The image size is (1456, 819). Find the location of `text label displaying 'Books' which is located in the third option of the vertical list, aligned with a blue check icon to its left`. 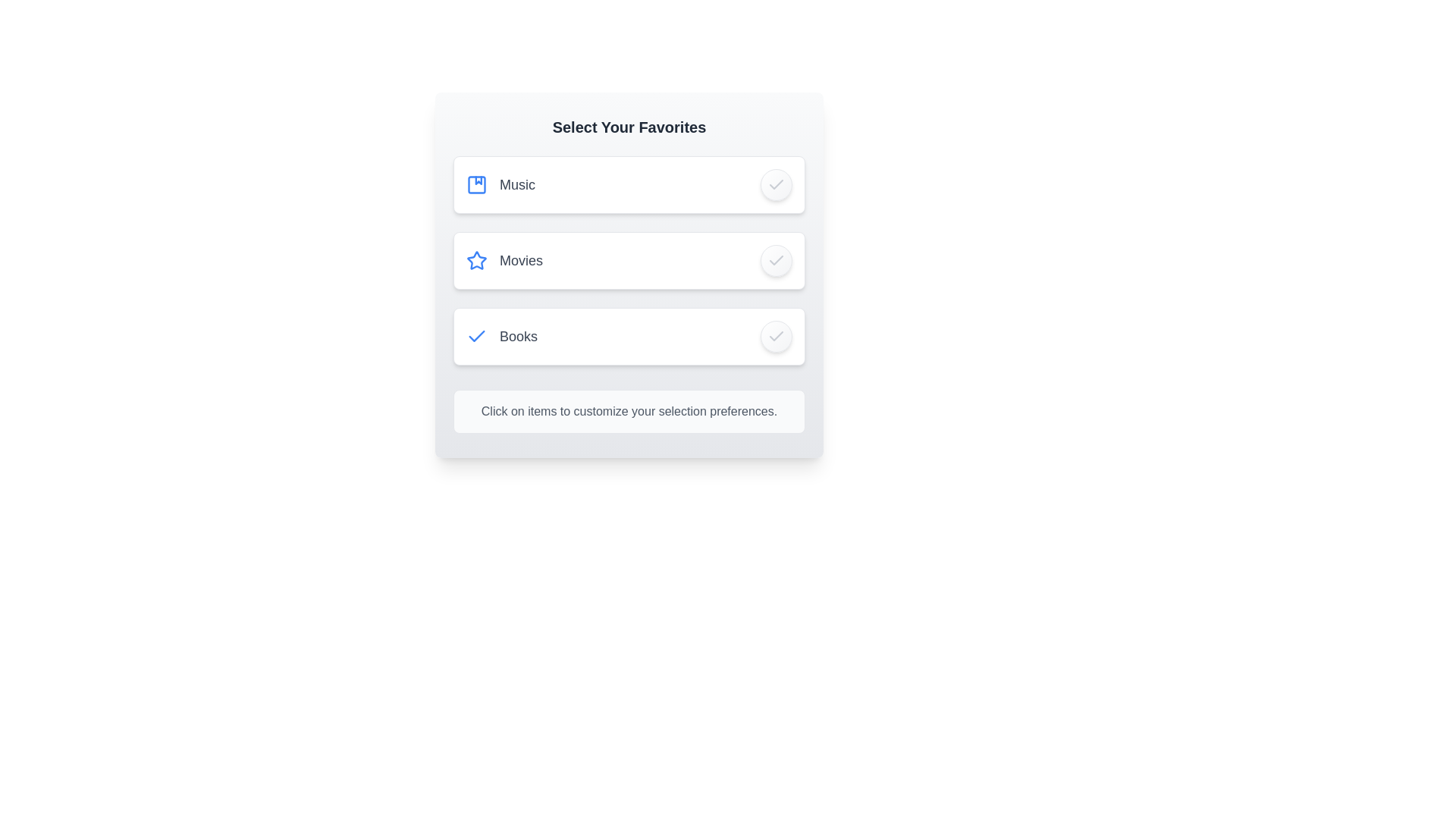

text label displaying 'Books' which is located in the third option of the vertical list, aligned with a blue check icon to its left is located at coordinates (519, 335).